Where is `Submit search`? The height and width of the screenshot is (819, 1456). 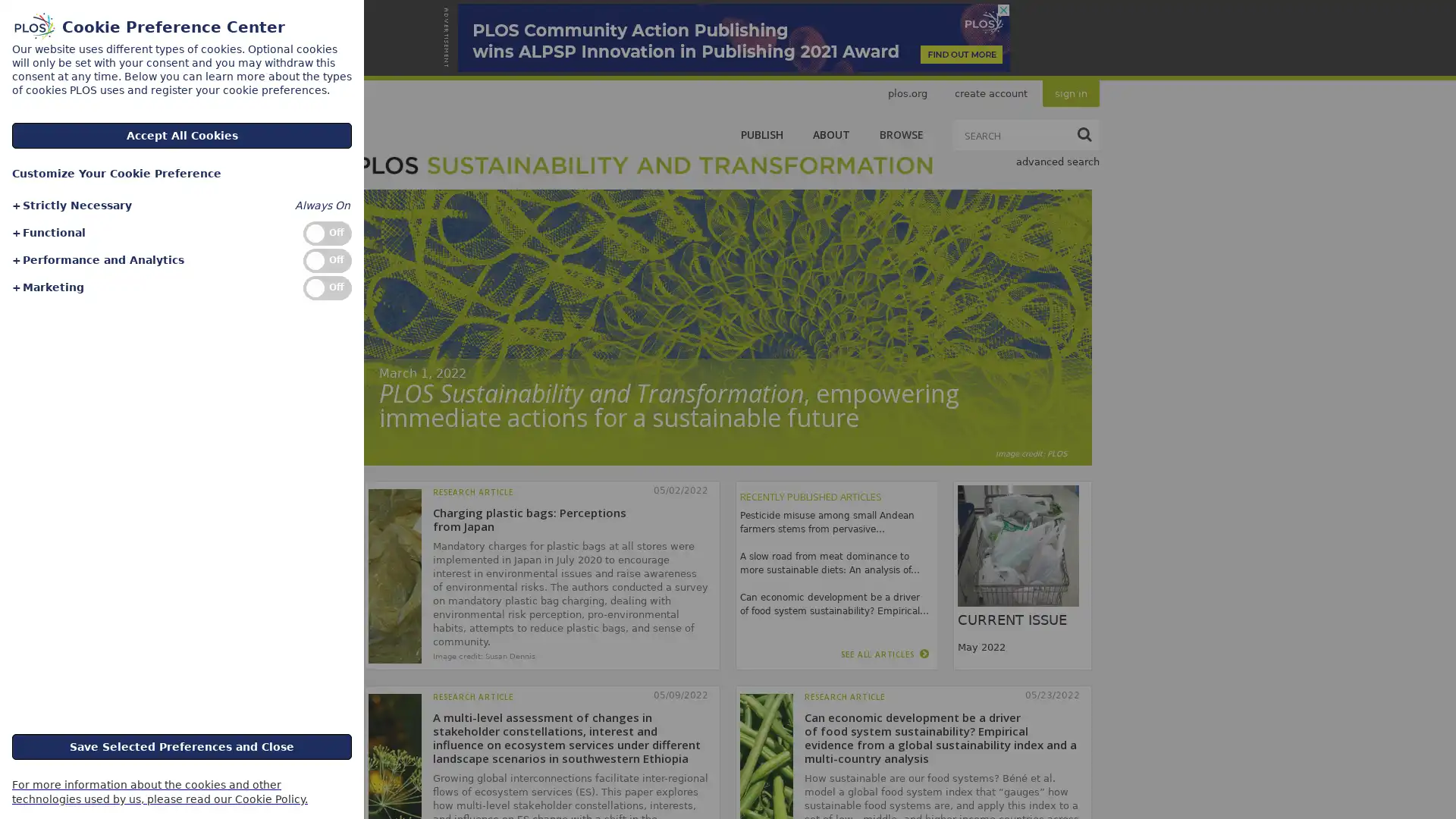
Submit search is located at coordinates (1084, 133).